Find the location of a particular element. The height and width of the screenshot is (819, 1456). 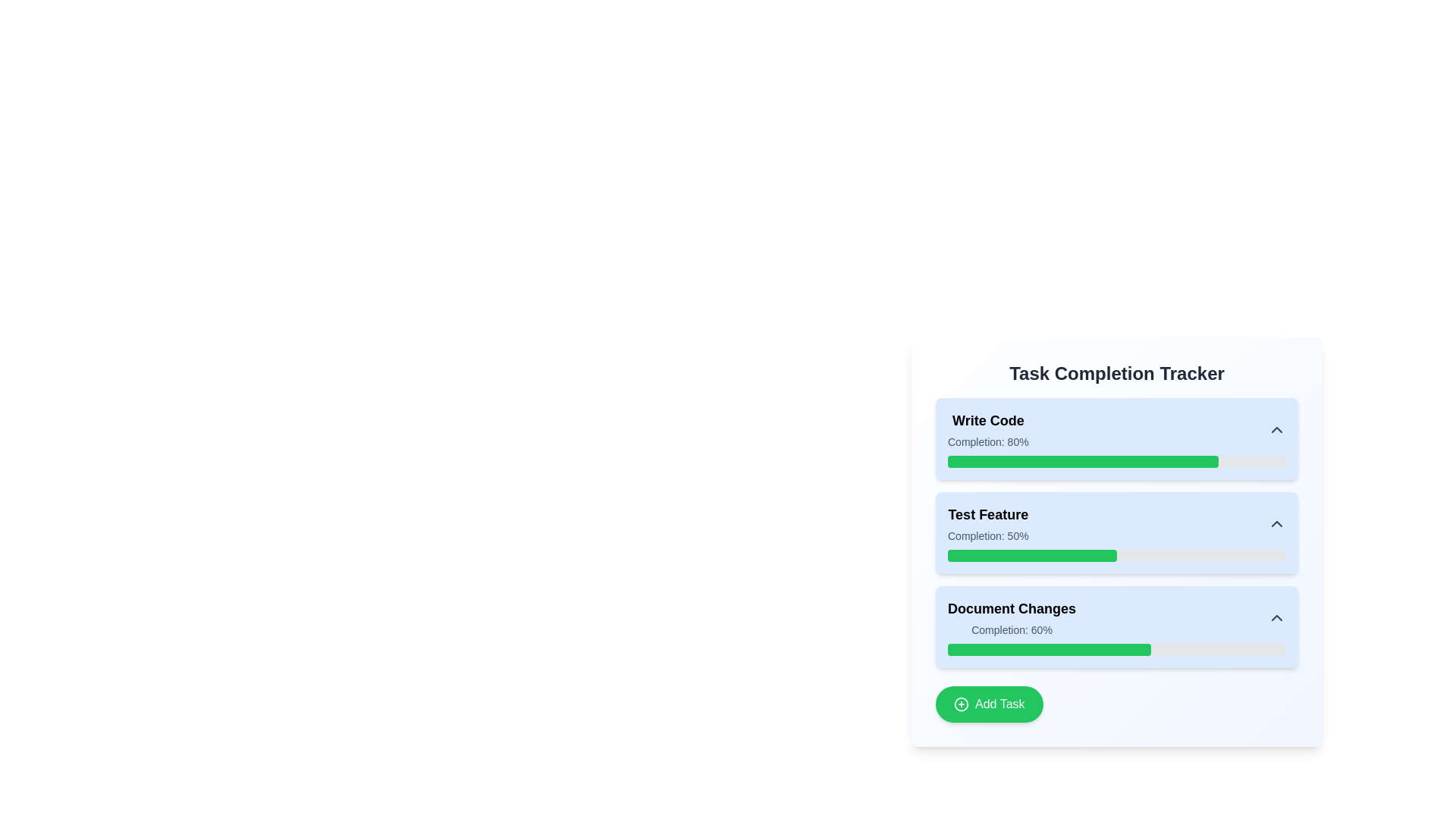

the outermost SVG circle of the 'Add Task' button to trigger a visual effect is located at coordinates (960, 704).